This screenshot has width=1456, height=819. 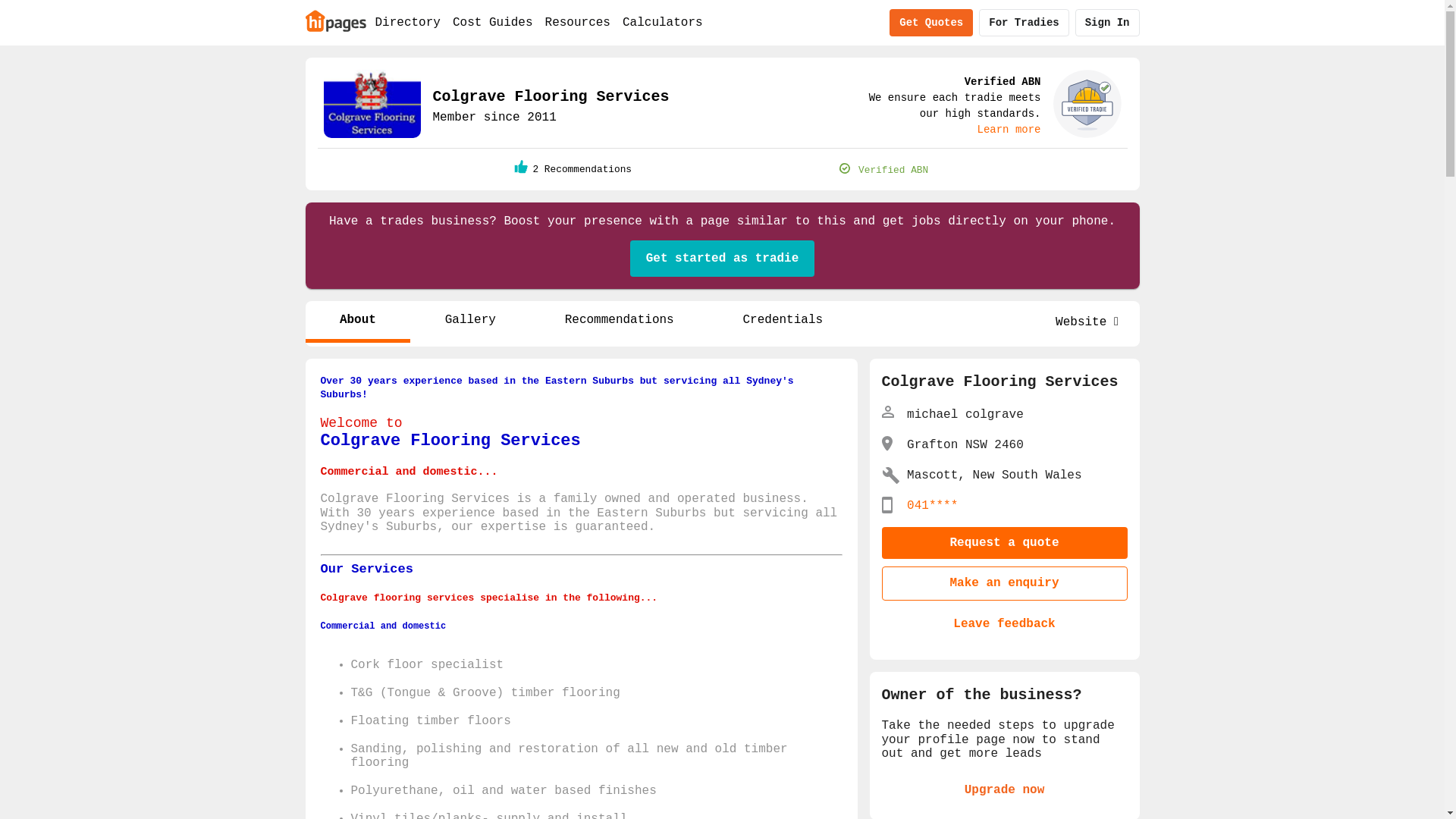 I want to click on 'Resources', so click(x=538, y=23).